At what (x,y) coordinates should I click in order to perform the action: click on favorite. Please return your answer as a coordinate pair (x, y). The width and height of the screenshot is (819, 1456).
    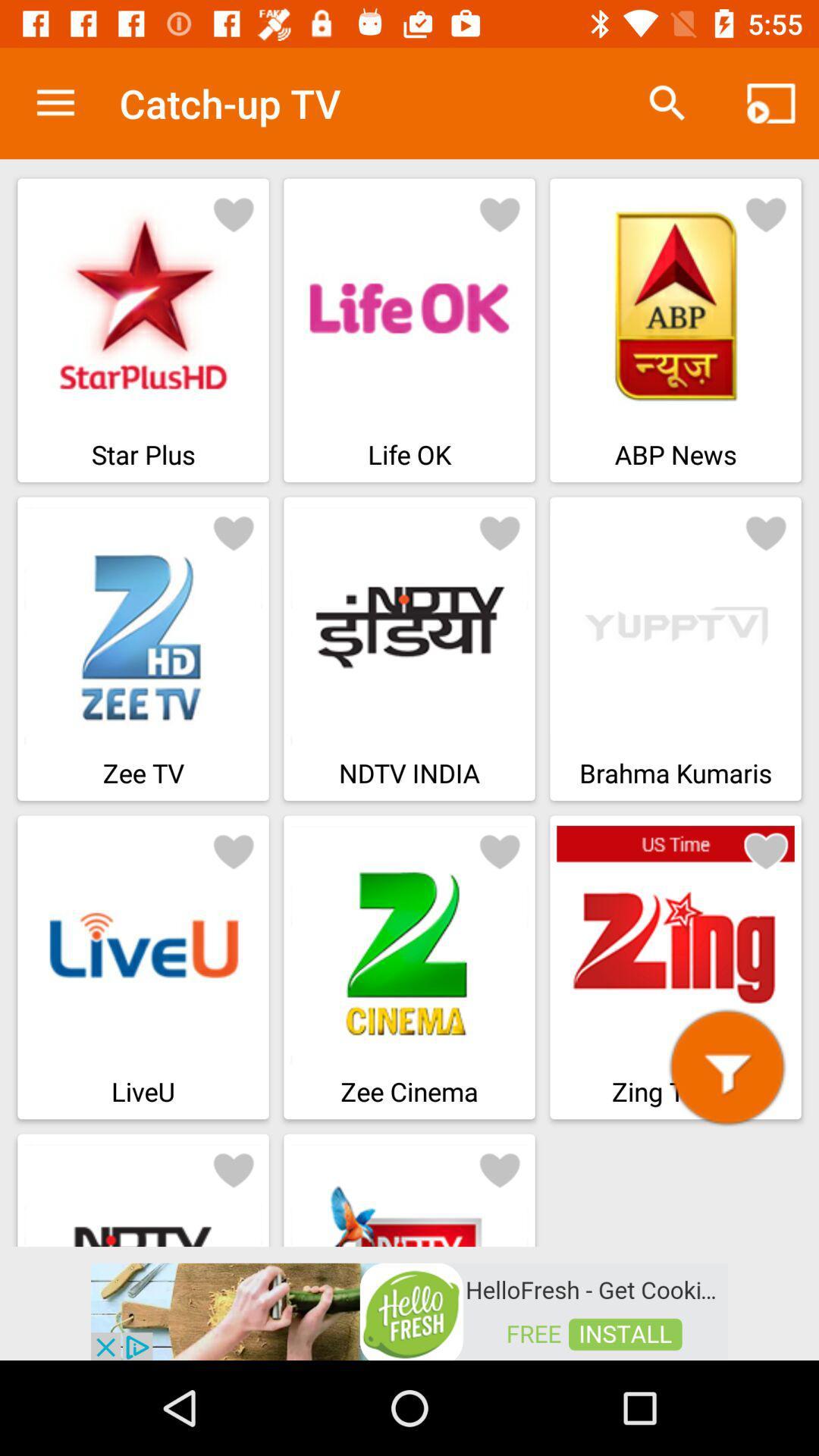
    Looking at the image, I should click on (766, 851).